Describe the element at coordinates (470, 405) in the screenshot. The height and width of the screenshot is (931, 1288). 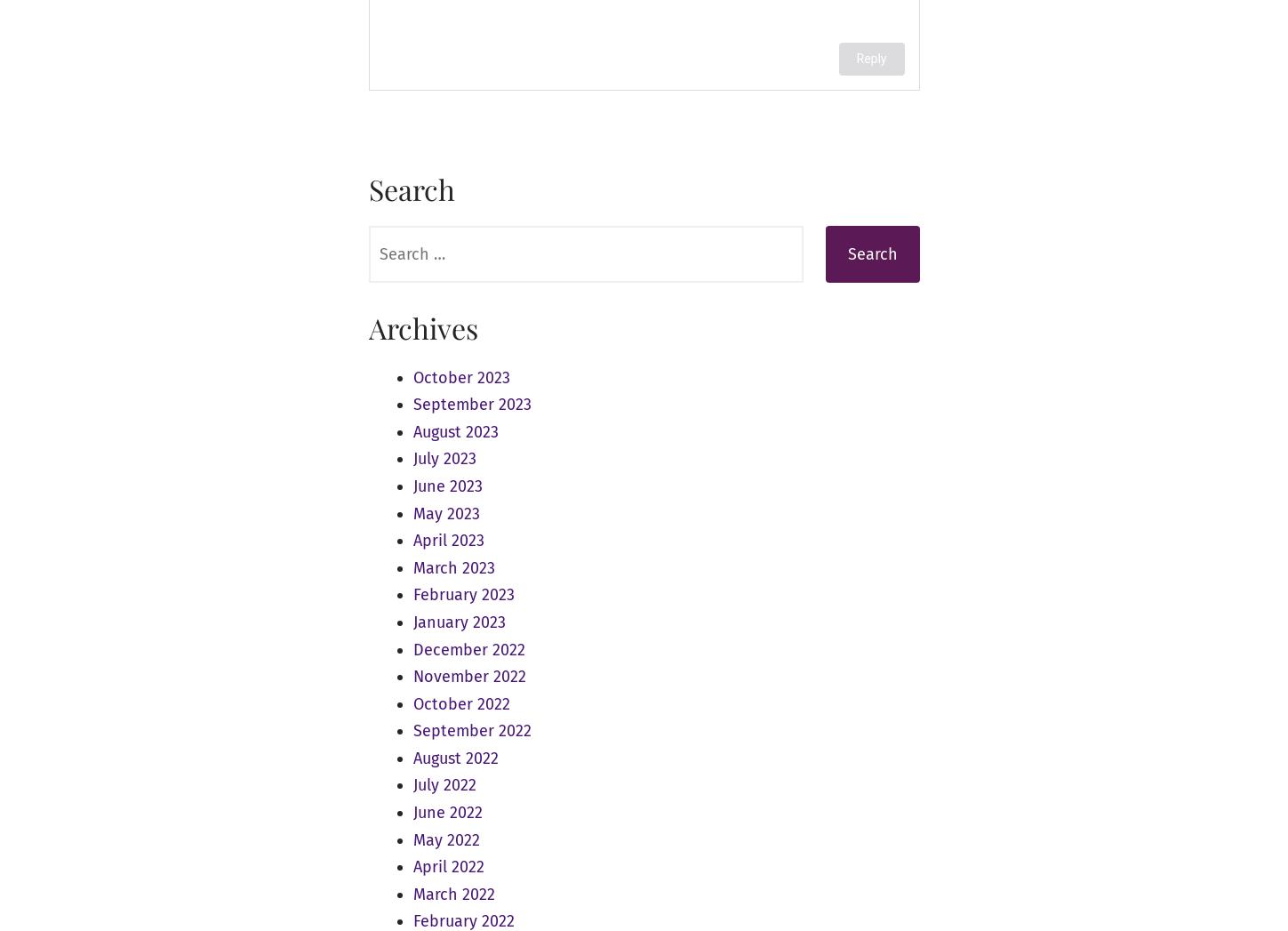
I see `'September 2023'` at that location.